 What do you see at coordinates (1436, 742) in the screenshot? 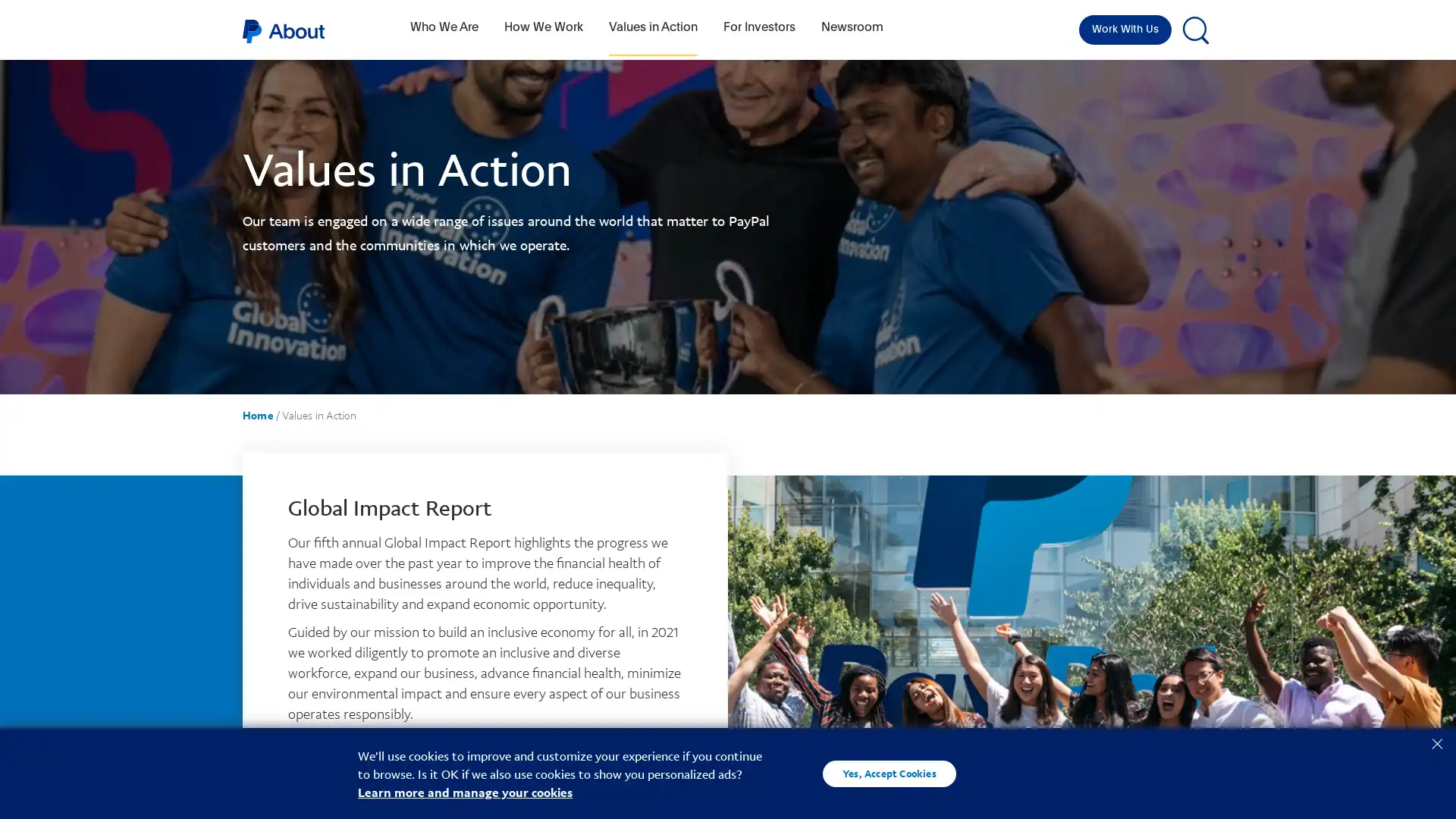
I see `close disclaimer` at bounding box center [1436, 742].